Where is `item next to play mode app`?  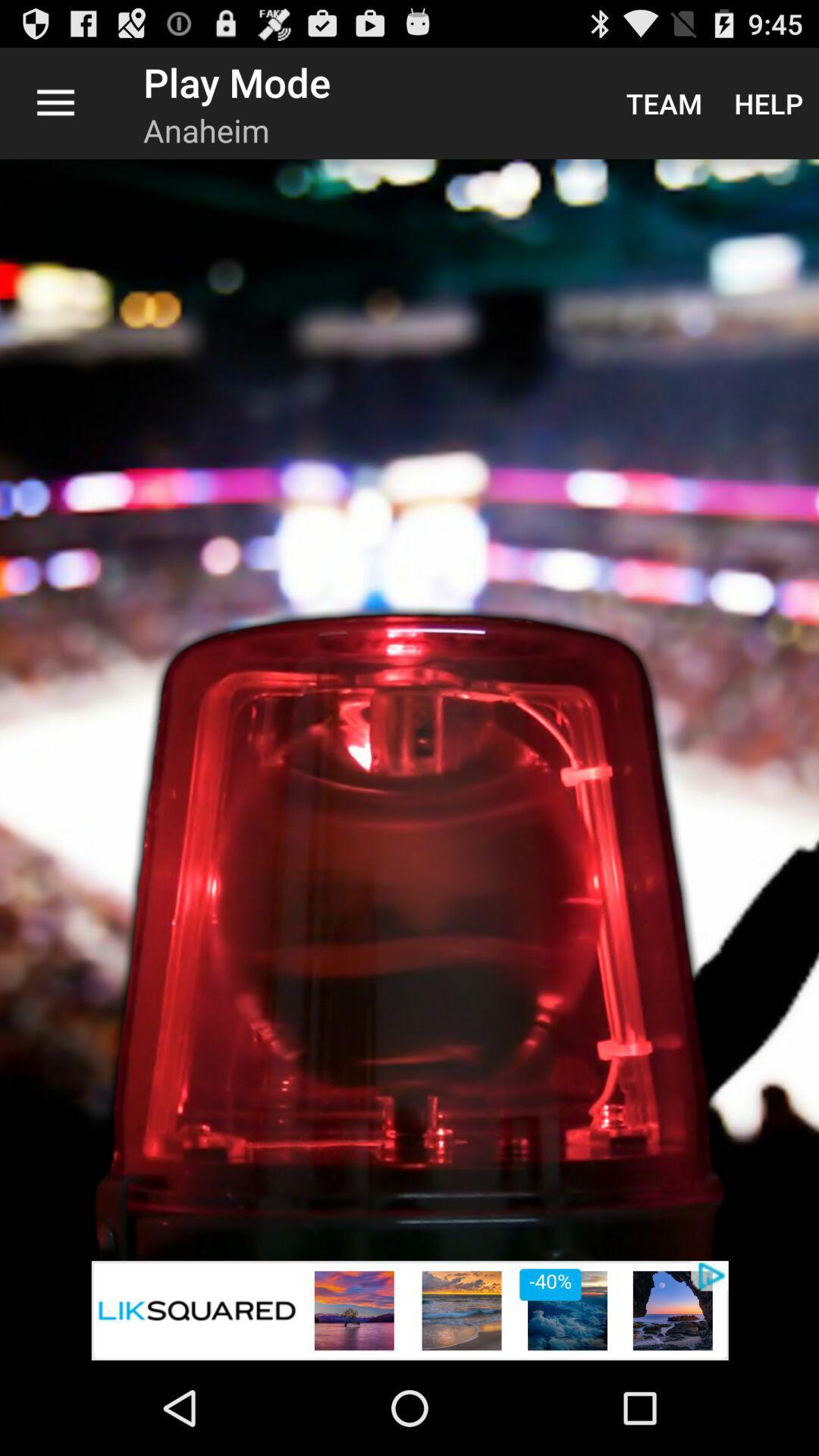
item next to play mode app is located at coordinates (55, 102).